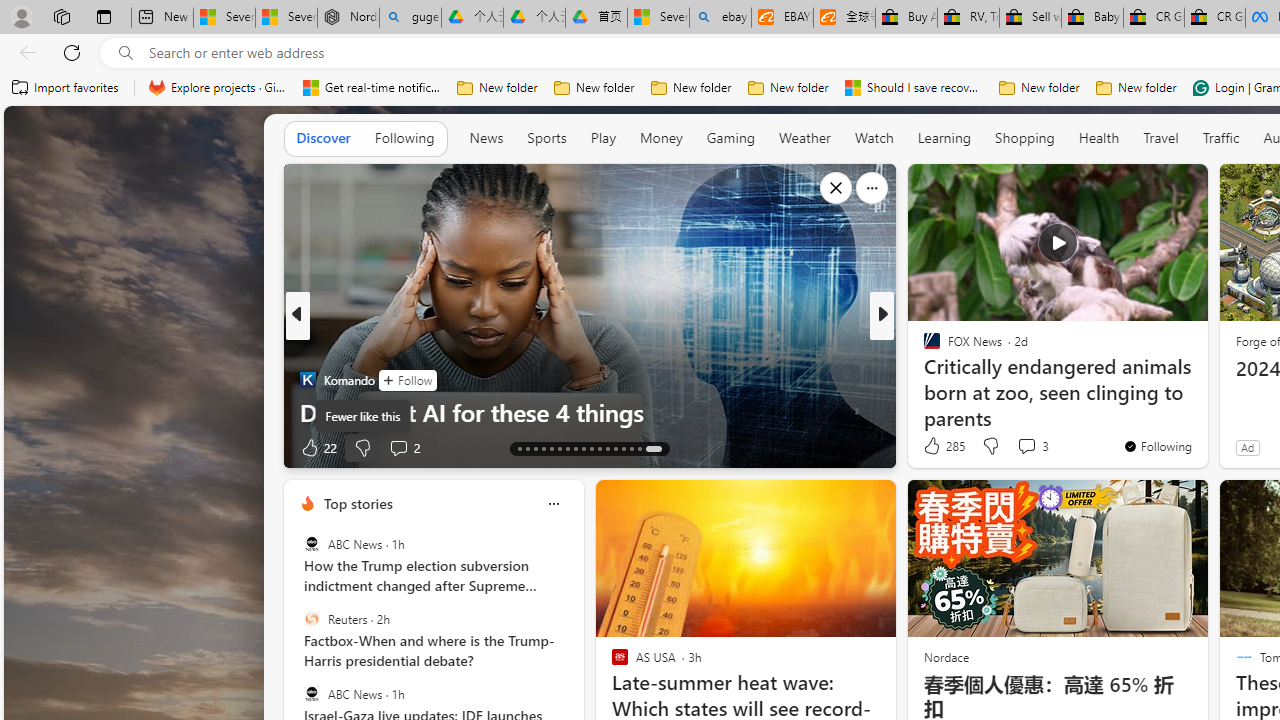 The height and width of the screenshot is (720, 1280). What do you see at coordinates (1220, 137) in the screenshot?
I see `'Traffic'` at bounding box center [1220, 137].